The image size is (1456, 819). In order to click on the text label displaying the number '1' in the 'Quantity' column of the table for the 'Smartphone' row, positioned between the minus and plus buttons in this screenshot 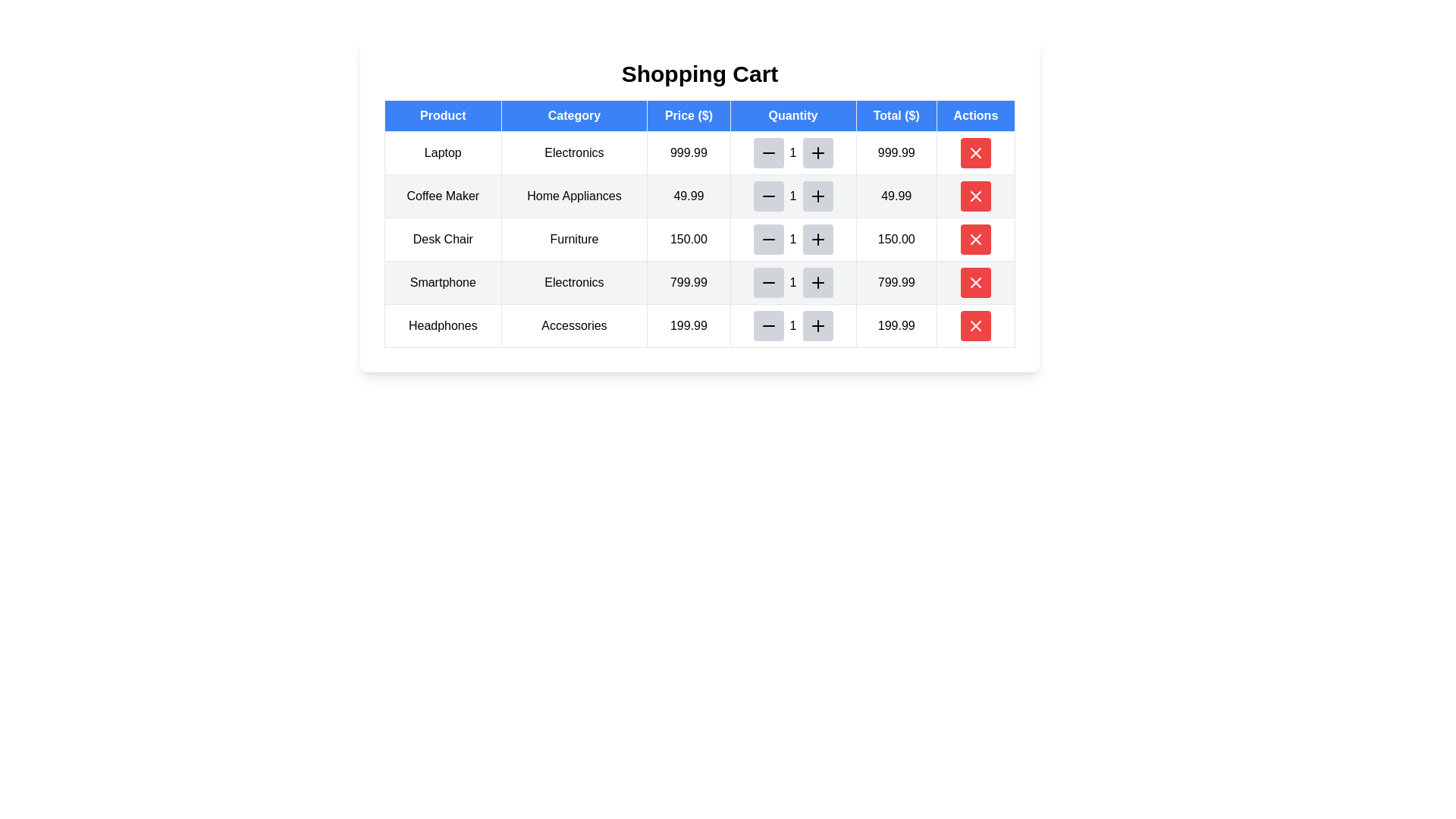, I will do `click(792, 283)`.